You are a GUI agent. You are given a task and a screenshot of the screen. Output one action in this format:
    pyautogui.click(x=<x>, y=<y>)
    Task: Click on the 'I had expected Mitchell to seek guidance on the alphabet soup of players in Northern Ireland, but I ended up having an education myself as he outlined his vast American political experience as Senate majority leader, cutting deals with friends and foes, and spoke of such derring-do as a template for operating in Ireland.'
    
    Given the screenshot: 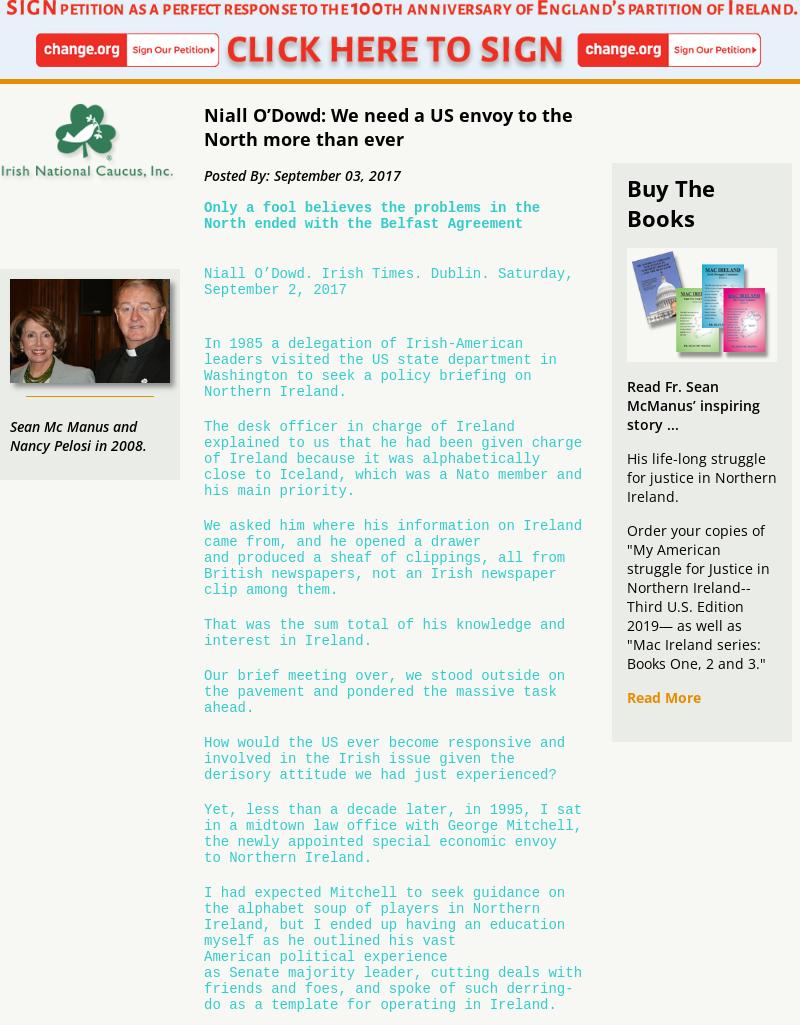 What is the action you would take?
    pyautogui.click(x=392, y=948)
    